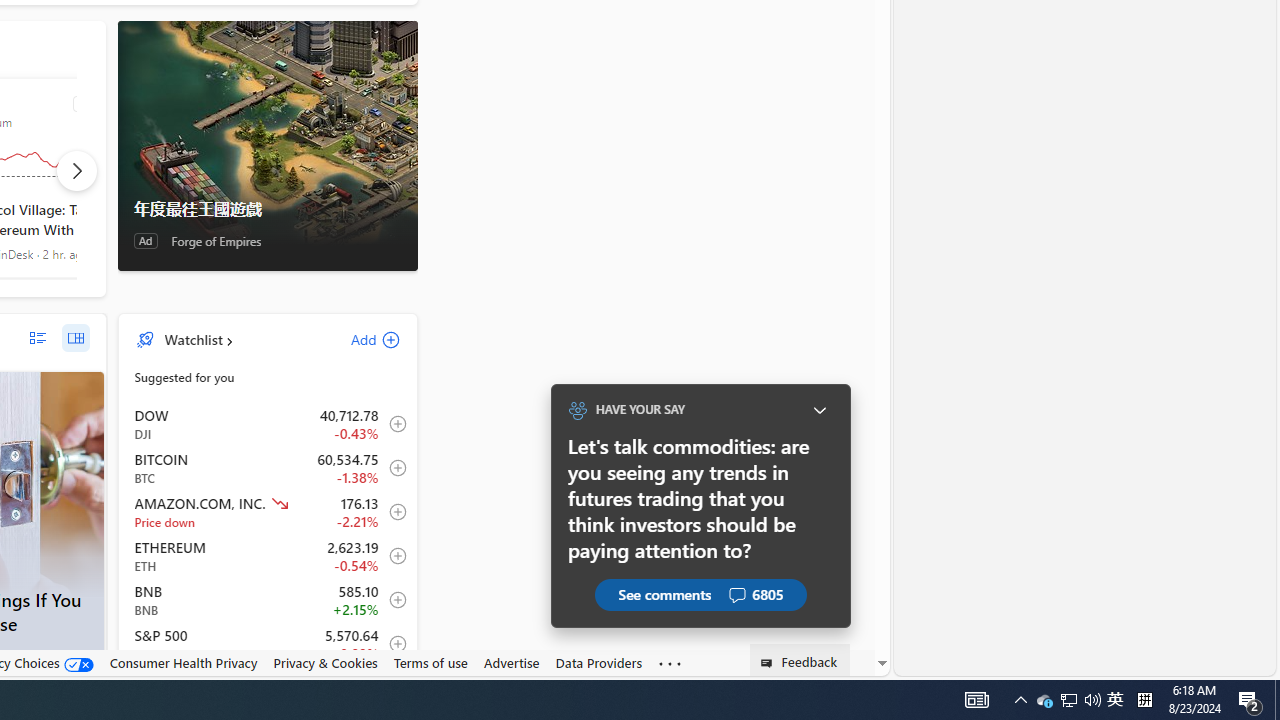 This screenshot has width=1280, height=720. I want to click on 'Class: feedback_link_icon-DS-EntryPoint1-1', so click(769, 663).